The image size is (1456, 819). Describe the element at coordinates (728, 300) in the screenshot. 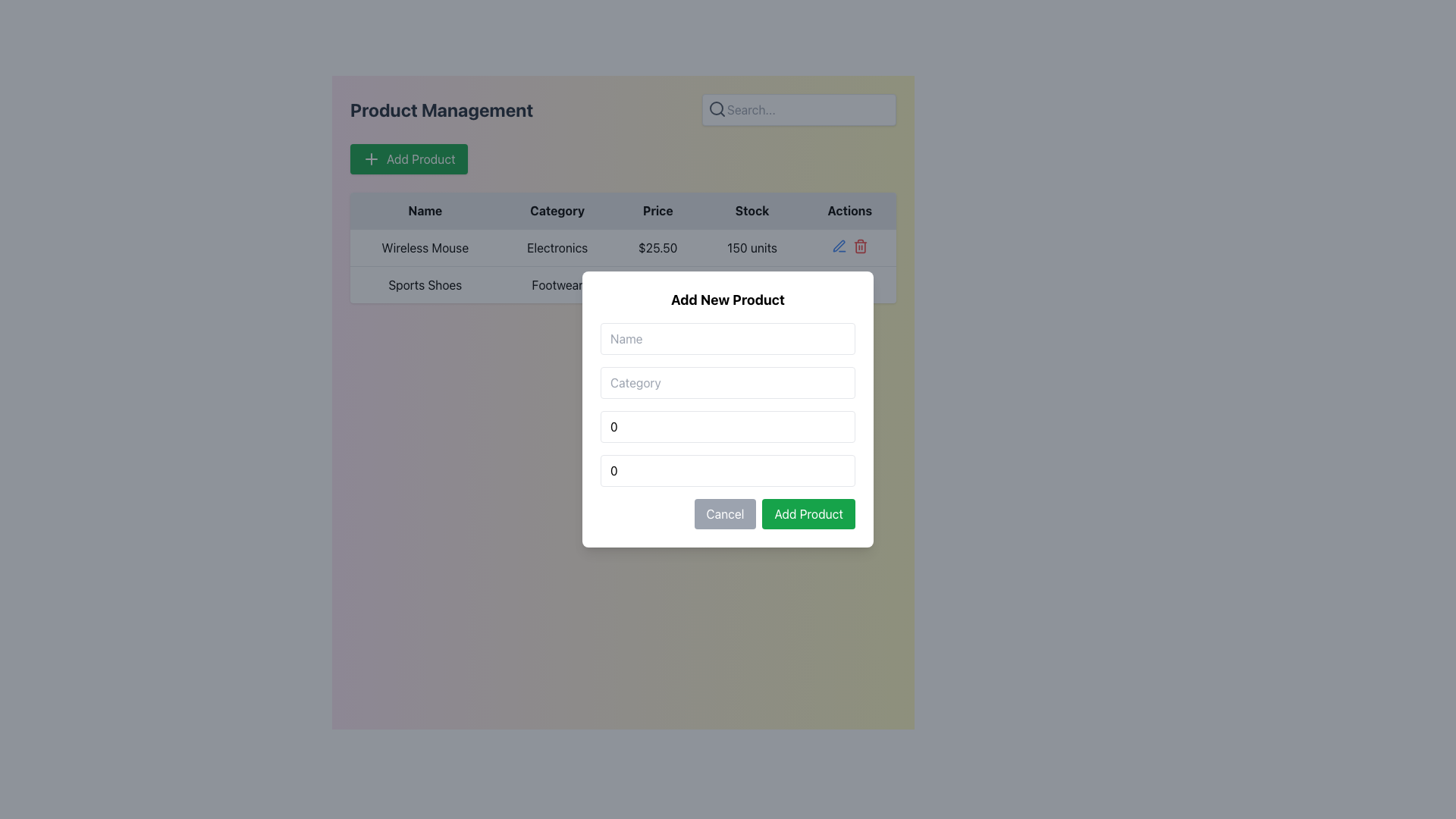

I see `the Text Header that indicates the purpose of the modal for adding a new product, located at the top of the modal card` at that location.